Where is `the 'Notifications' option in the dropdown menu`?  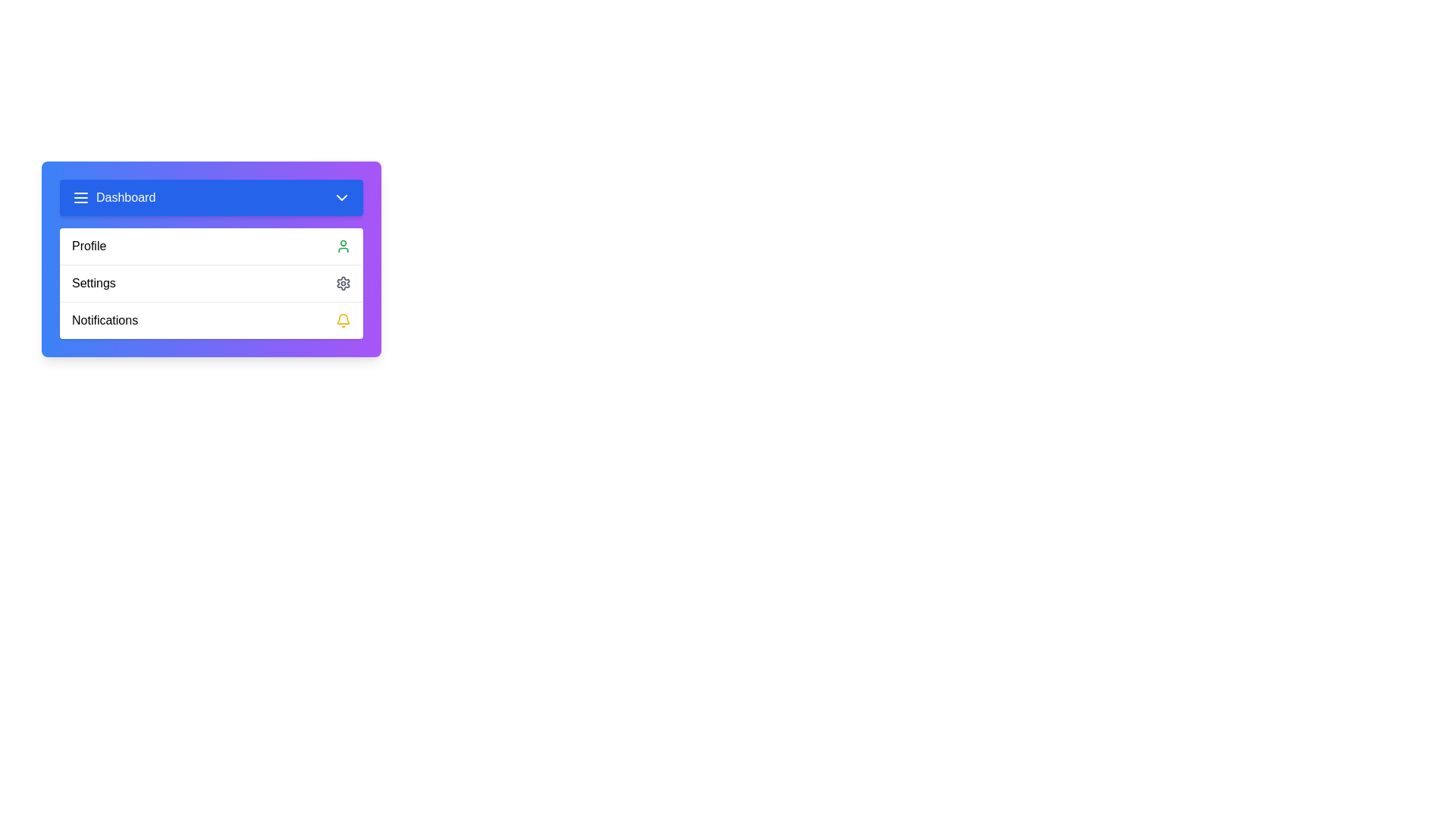 the 'Notifications' option in the dropdown menu is located at coordinates (210, 319).